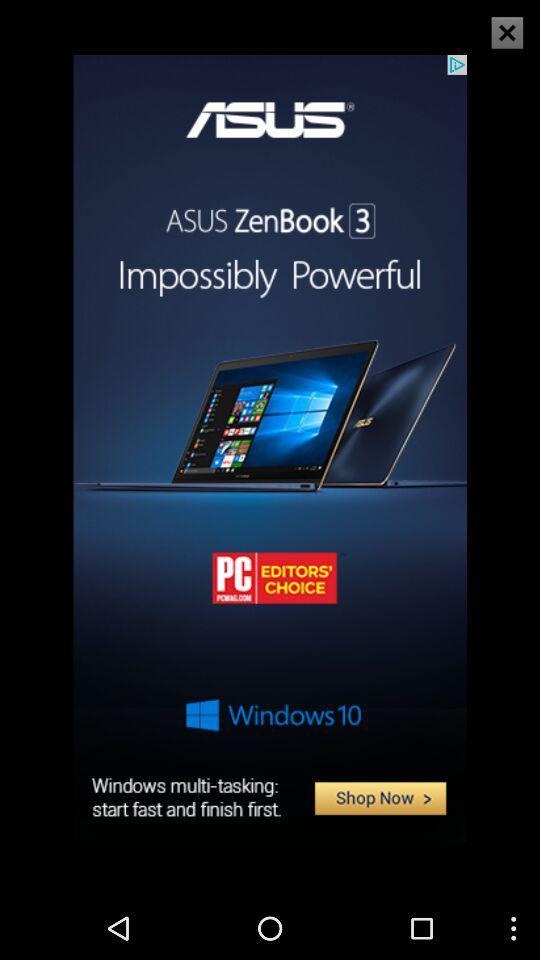 The image size is (540, 960). What do you see at coordinates (507, 34) in the screenshot?
I see `the close icon` at bounding box center [507, 34].